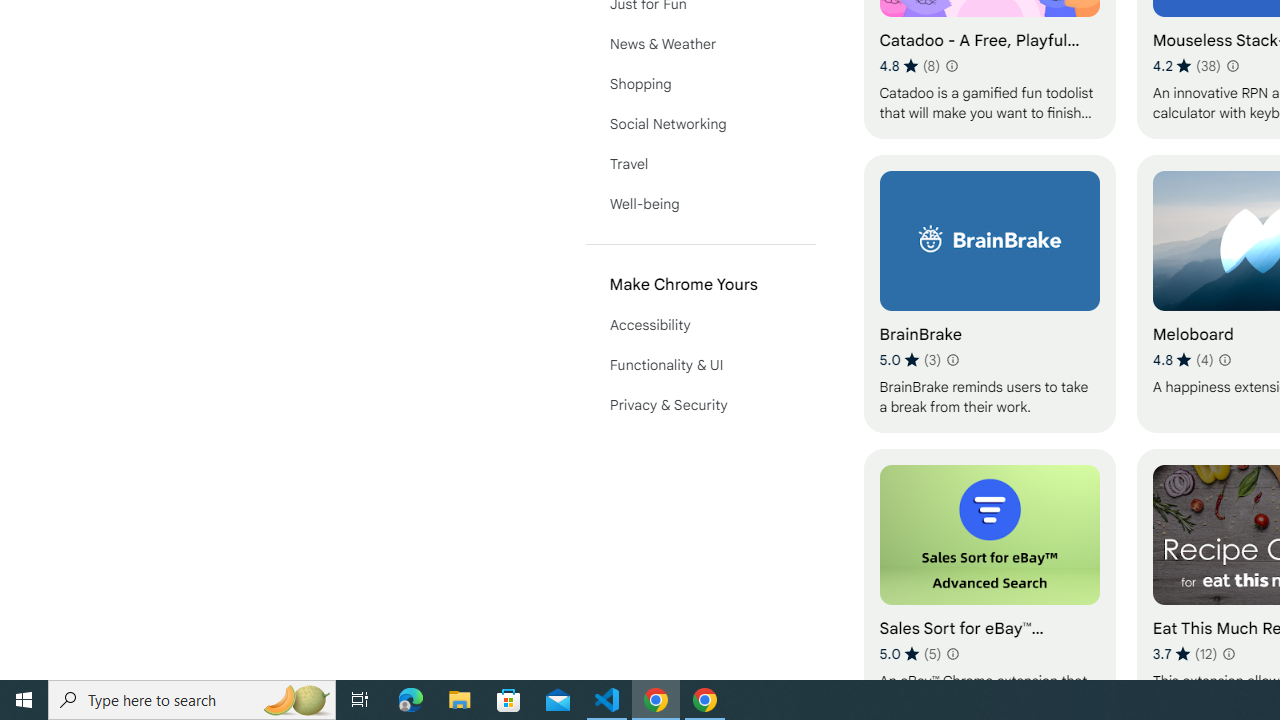  What do you see at coordinates (700, 43) in the screenshot?
I see `'News & Weather'` at bounding box center [700, 43].